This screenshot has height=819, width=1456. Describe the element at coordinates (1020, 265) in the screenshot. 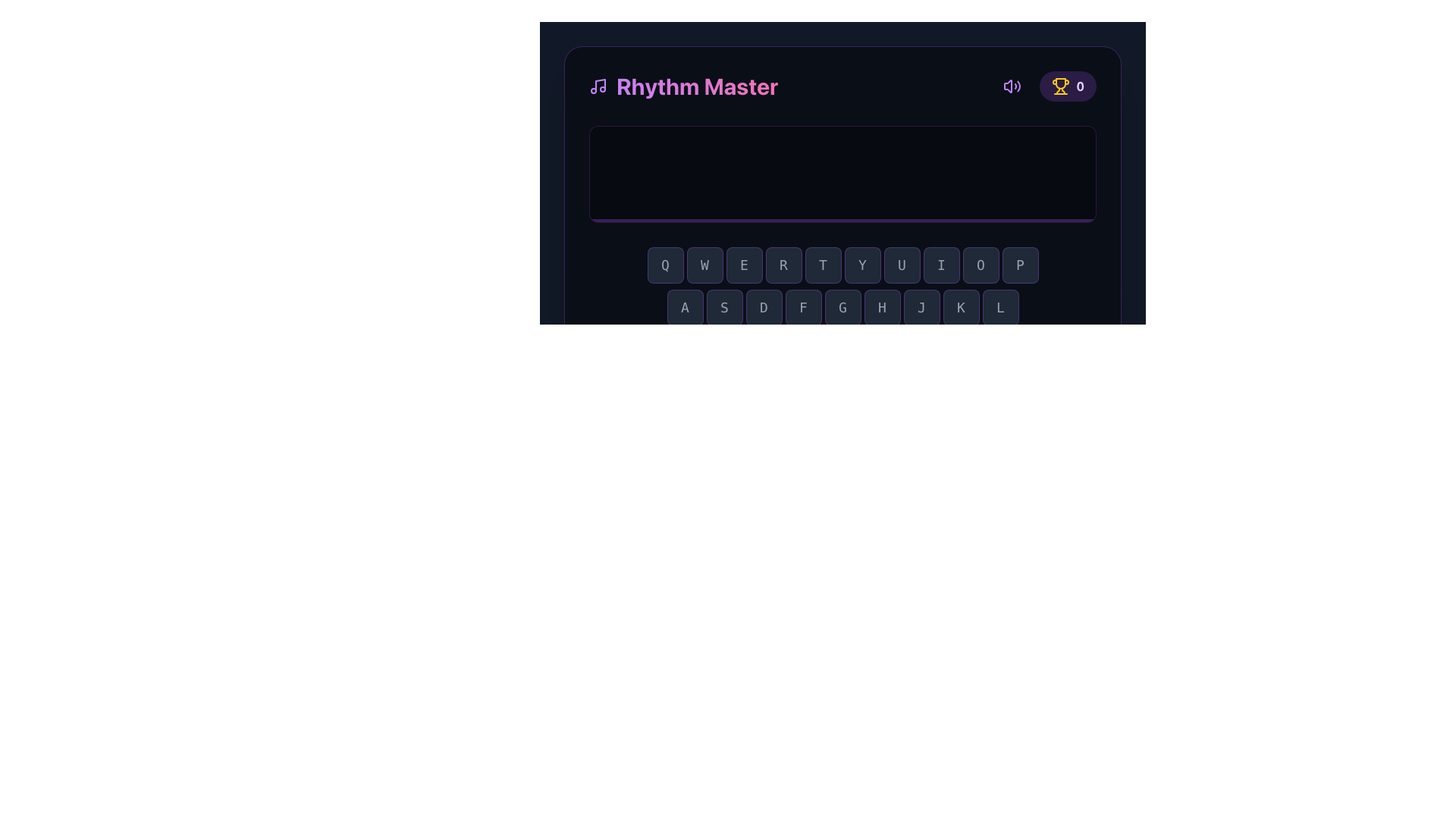

I see `the rounded, square button with a dark gray background displaying the letter 'P'` at that location.